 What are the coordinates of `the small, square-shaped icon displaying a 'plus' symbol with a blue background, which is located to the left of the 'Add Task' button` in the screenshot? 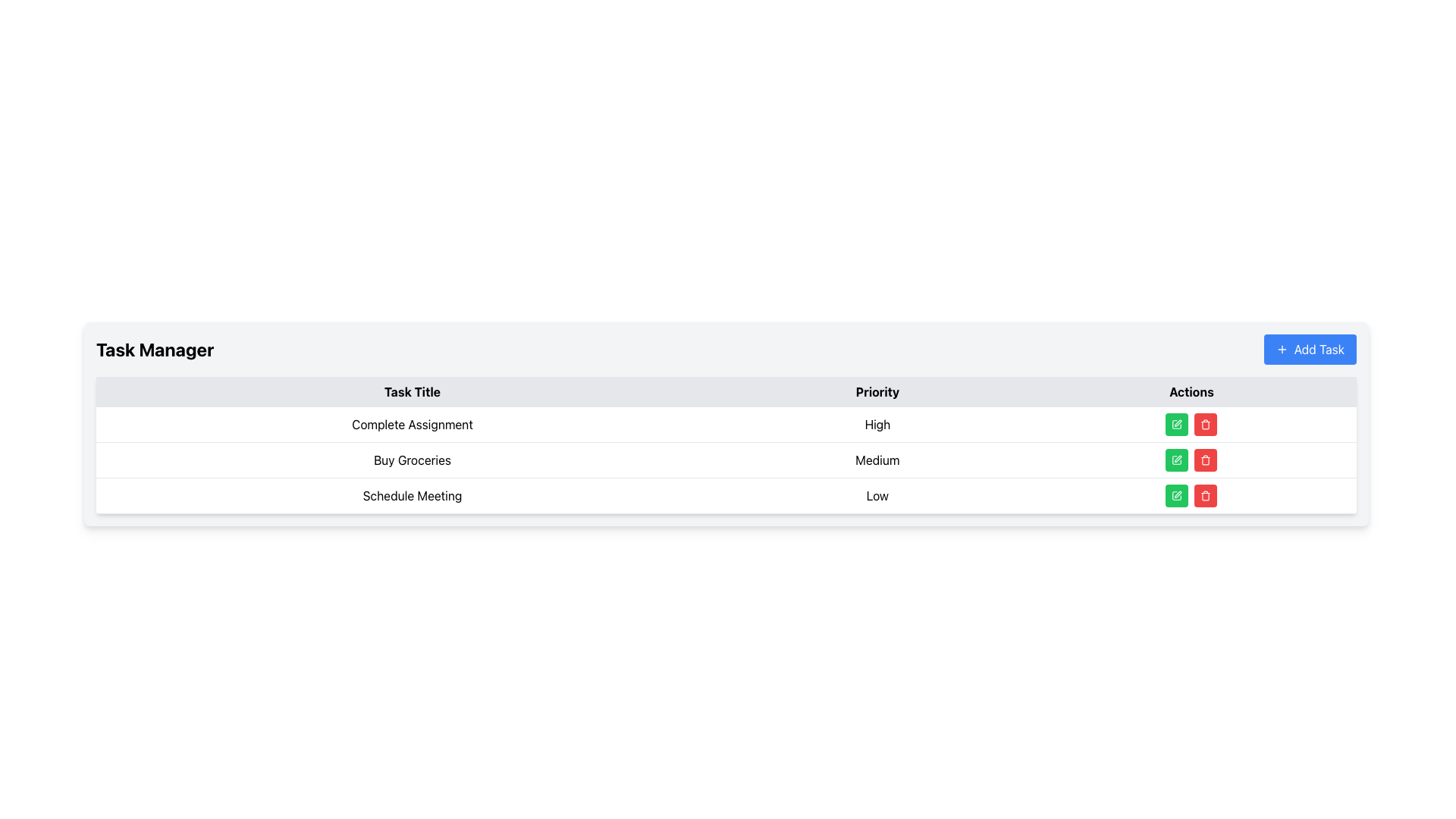 It's located at (1281, 350).